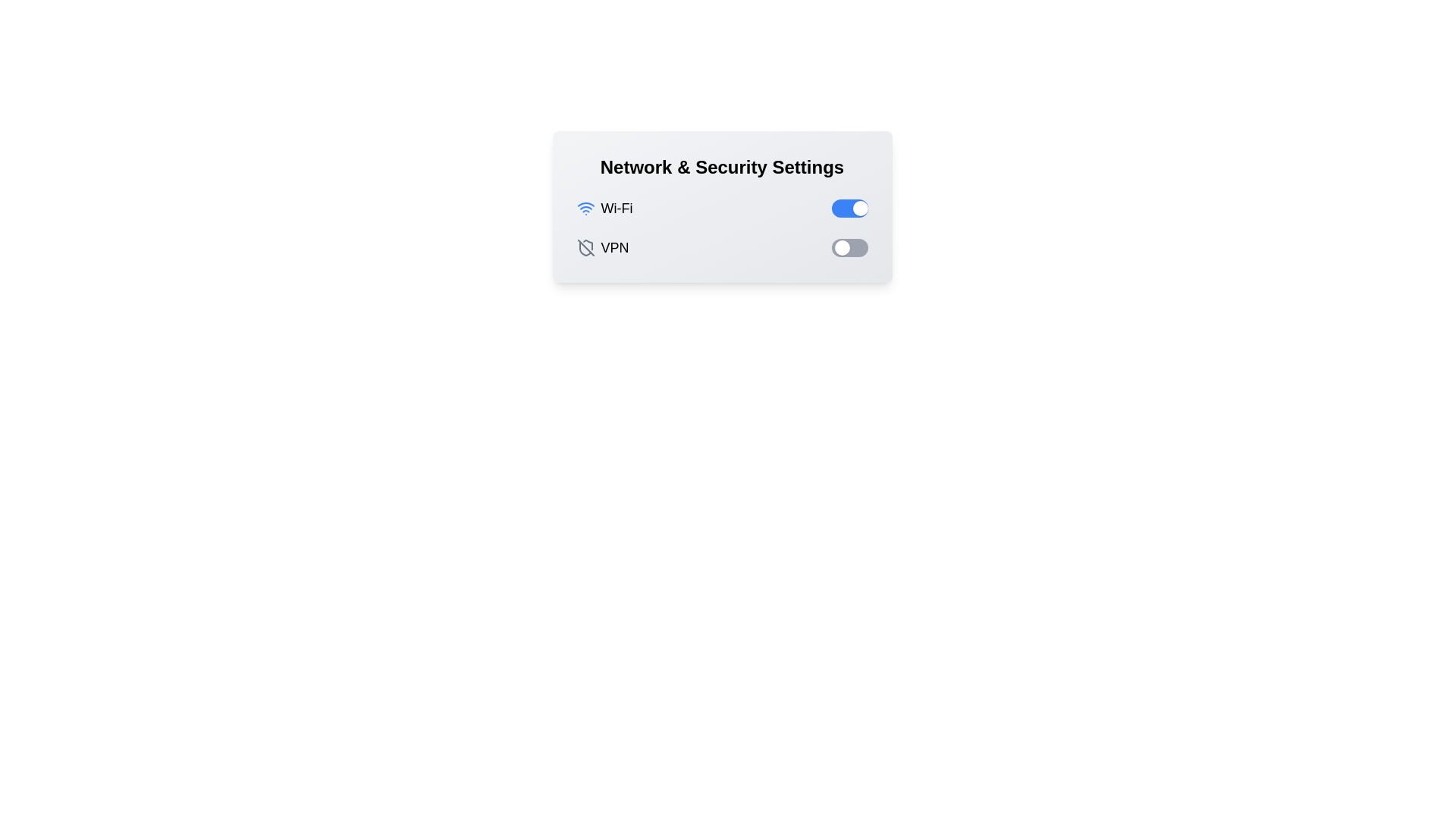  I want to click on the Wi-Fi Text Label with Icon located in the 'Network & Security Settings' section, which is the first item on the left side of the header, so click(604, 208).